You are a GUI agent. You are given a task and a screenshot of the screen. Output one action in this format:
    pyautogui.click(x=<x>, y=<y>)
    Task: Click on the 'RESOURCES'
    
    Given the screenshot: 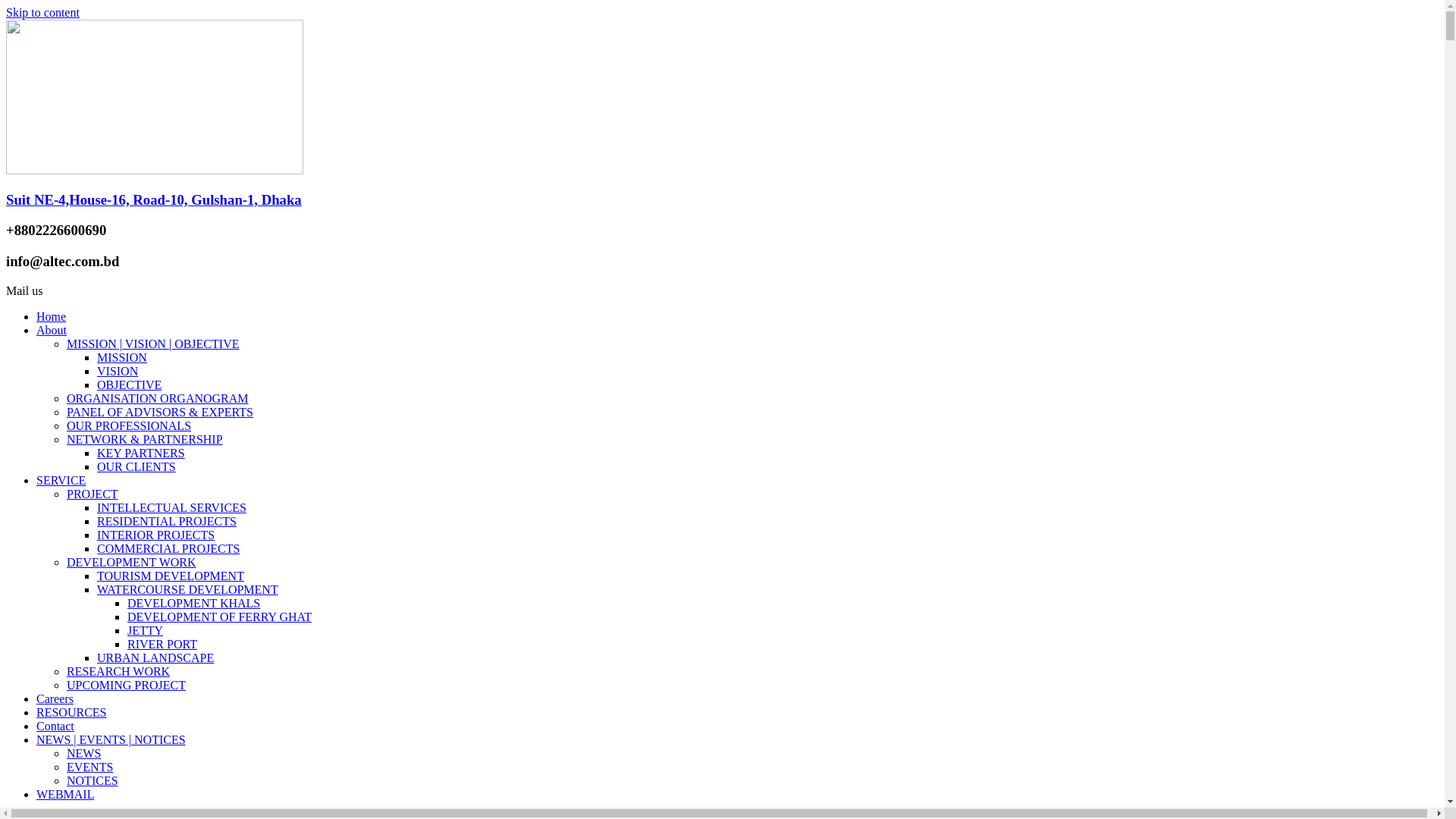 What is the action you would take?
    pyautogui.click(x=36, y=712)
    